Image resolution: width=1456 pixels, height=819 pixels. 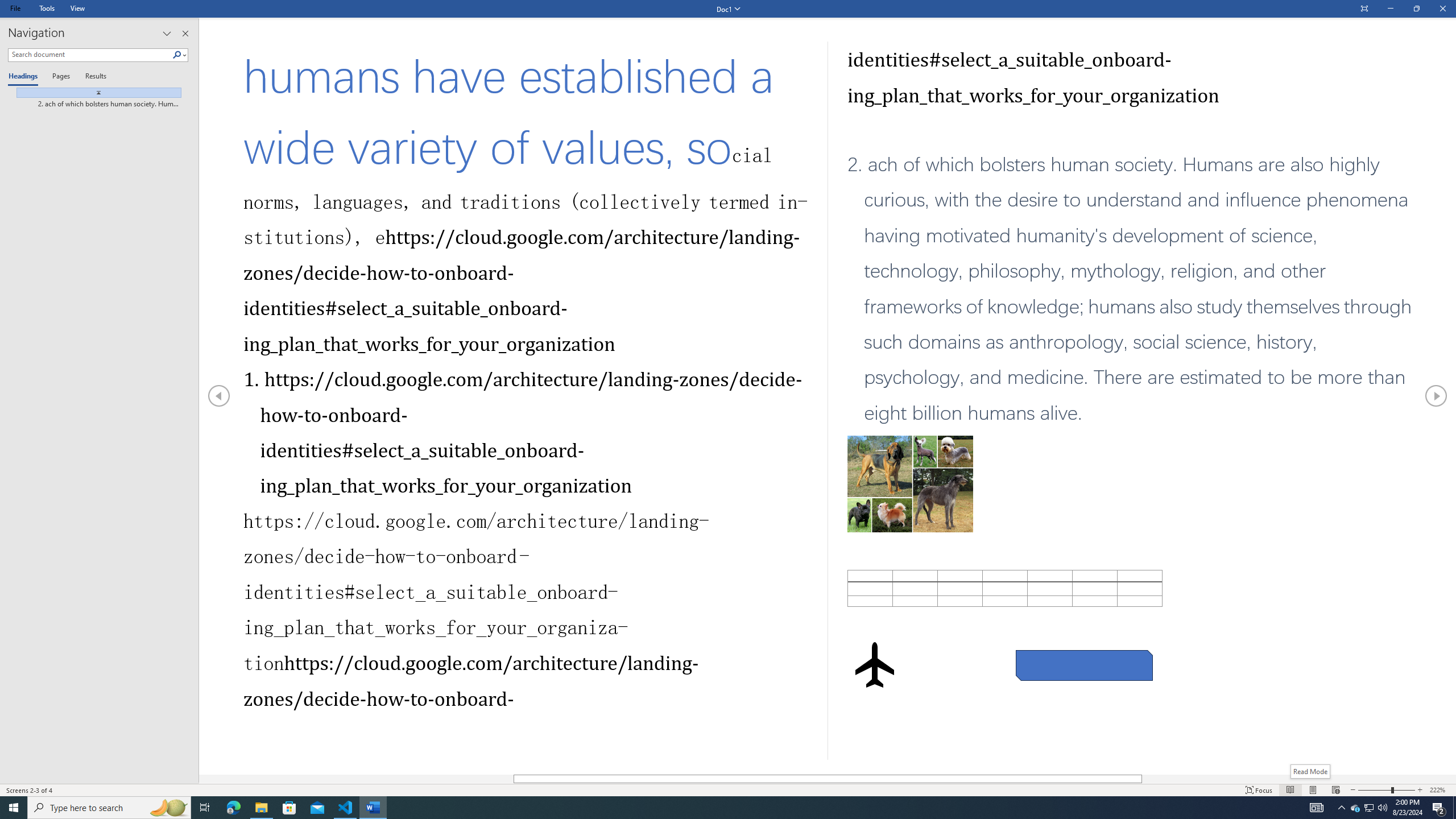 What do you see at coordinates (1085, 665) in the screenshot?
I see `'Rectangle: Diagonal Corners Snipped 2'` at bounding box center [1085, 665].